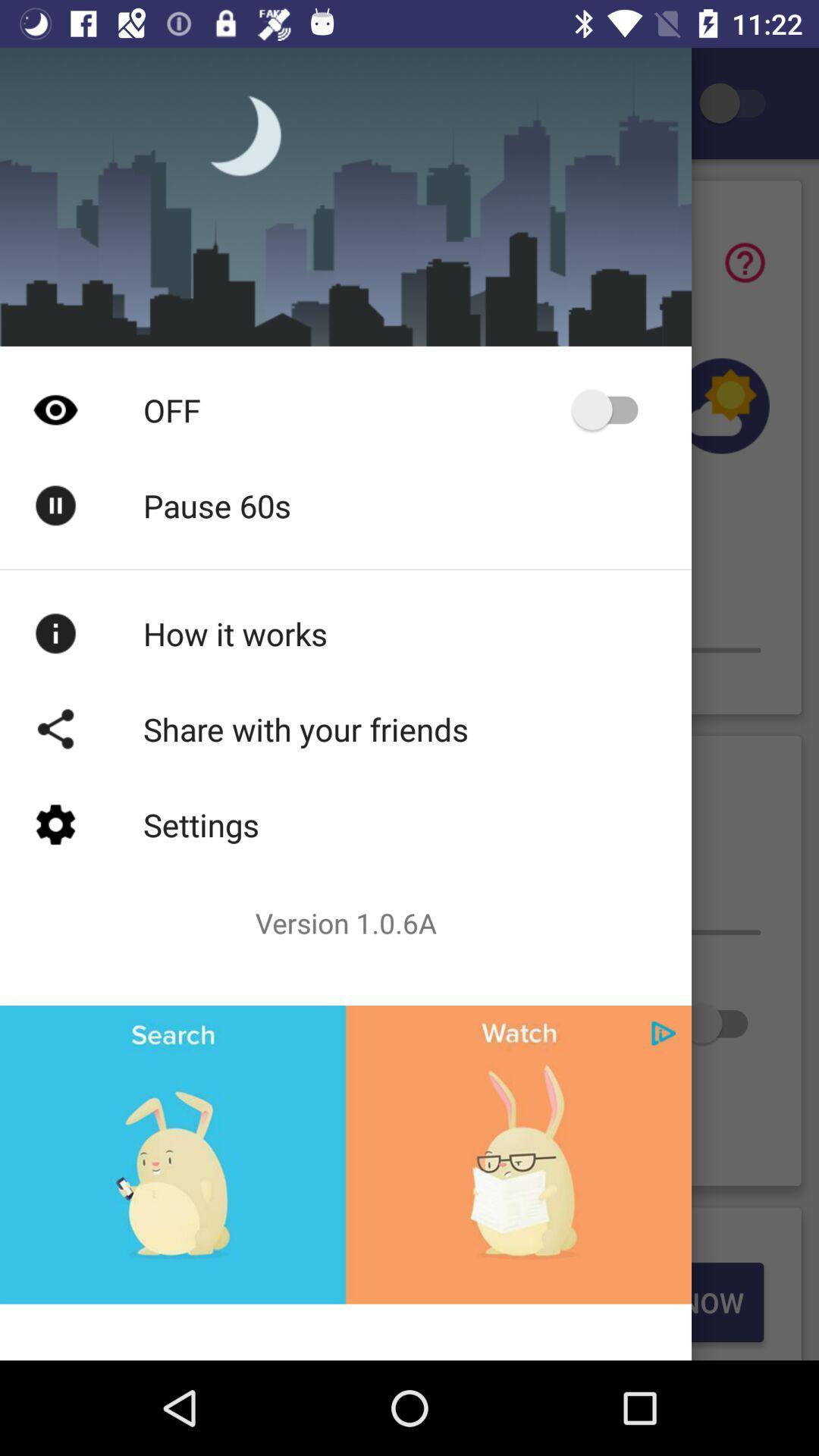 This screenshot has height=1456, width=819. I want to click on off button, so click(611, 409).